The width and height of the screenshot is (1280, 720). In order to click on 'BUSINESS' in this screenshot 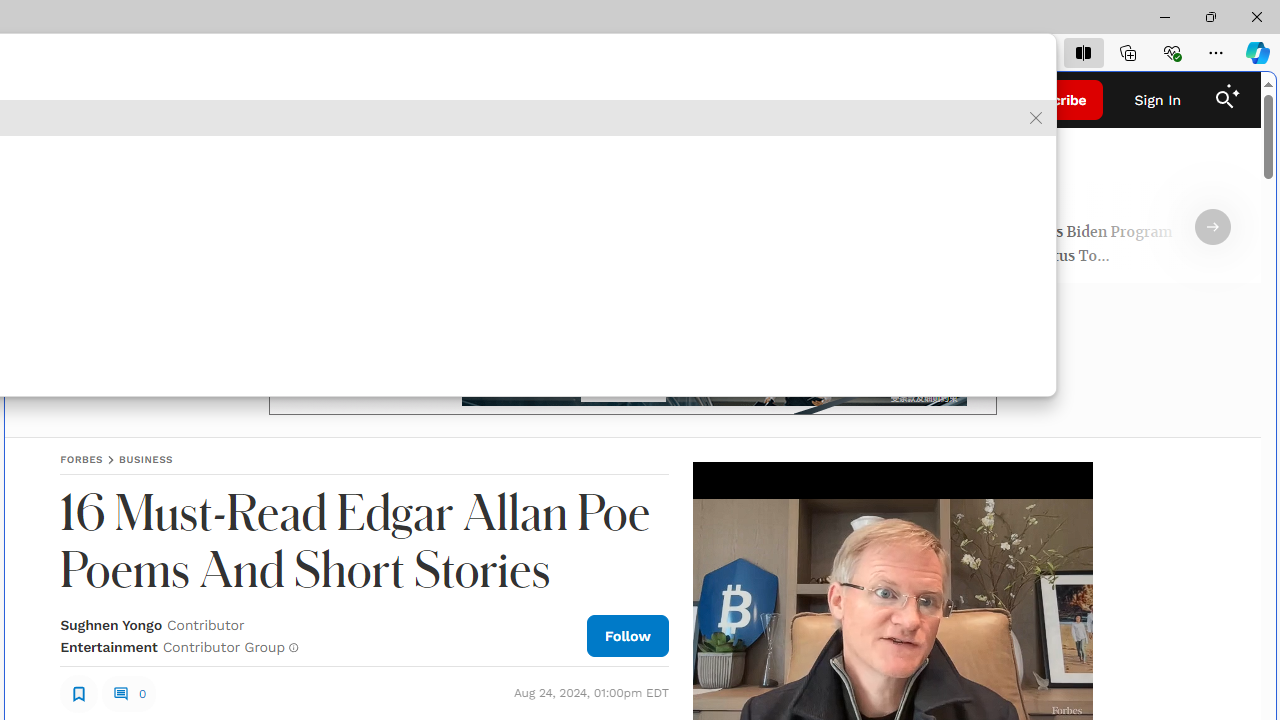, I will do `click(144, 459)`.